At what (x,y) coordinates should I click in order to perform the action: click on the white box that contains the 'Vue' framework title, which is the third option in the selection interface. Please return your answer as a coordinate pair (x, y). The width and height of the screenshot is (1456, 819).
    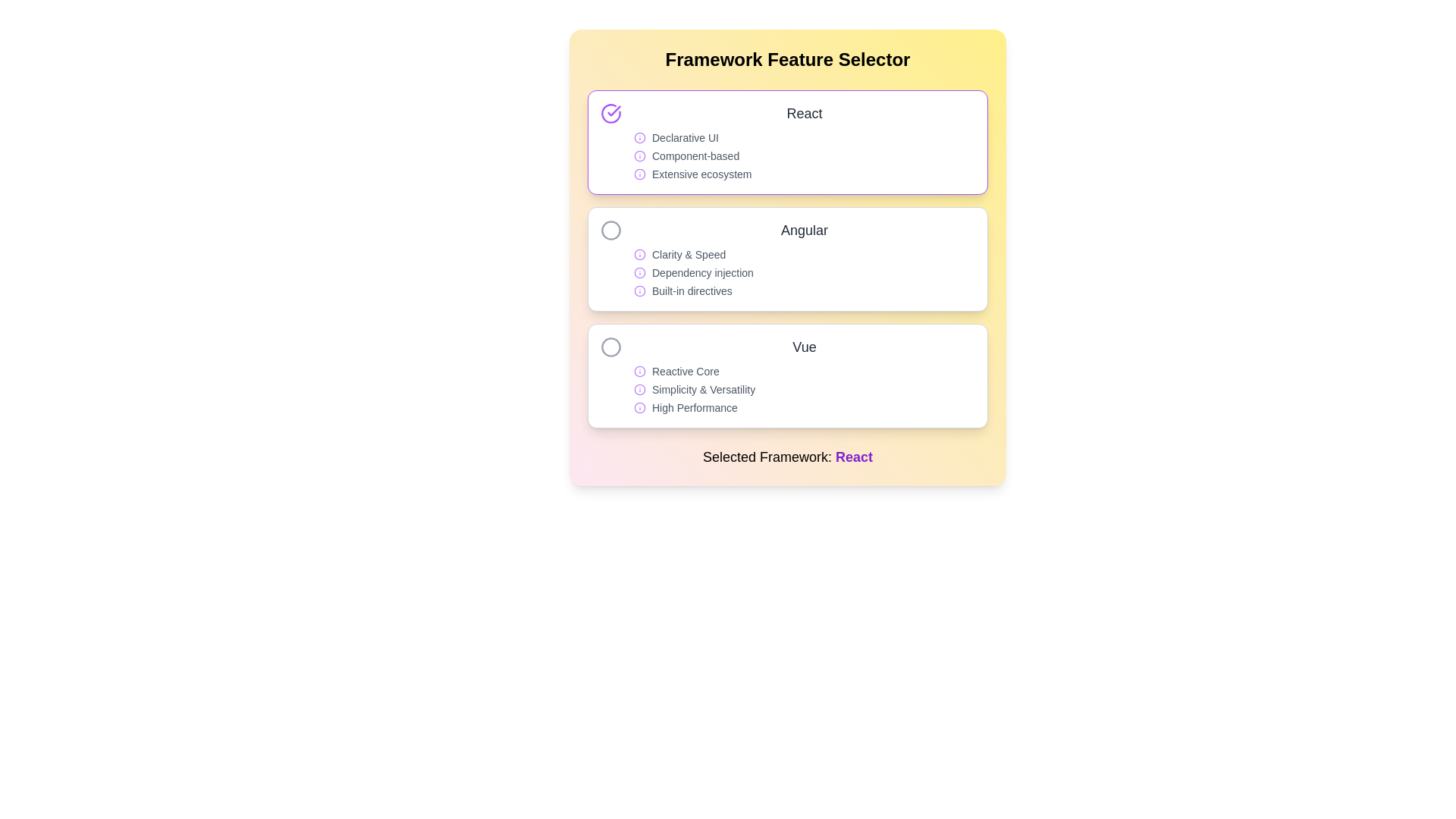
    Looking at the image, I should click on (803, 347).